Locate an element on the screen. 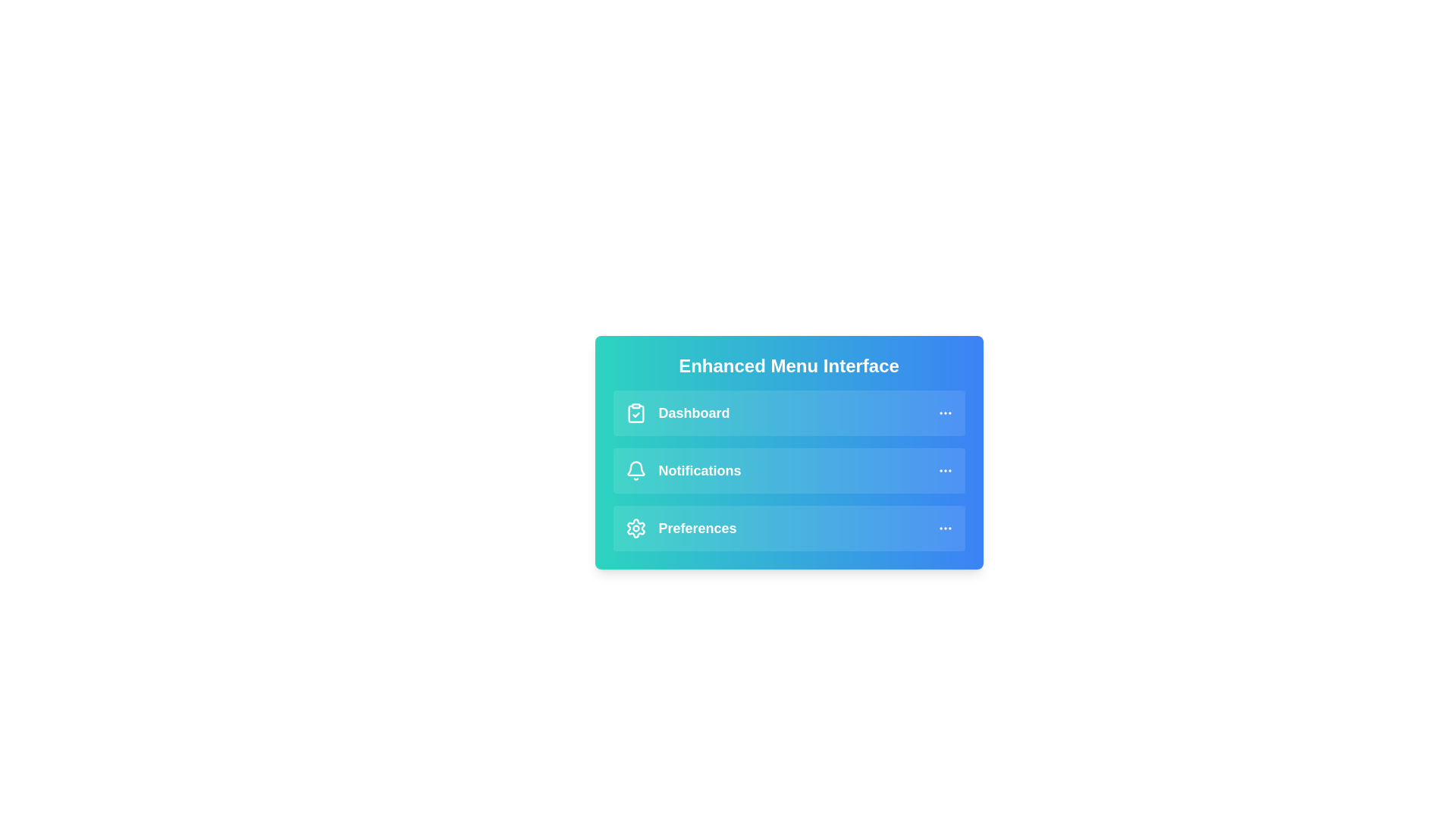  the button with the gradient background labeled 'Enhanced Menu Interface' is located at coordinates (789, 452).